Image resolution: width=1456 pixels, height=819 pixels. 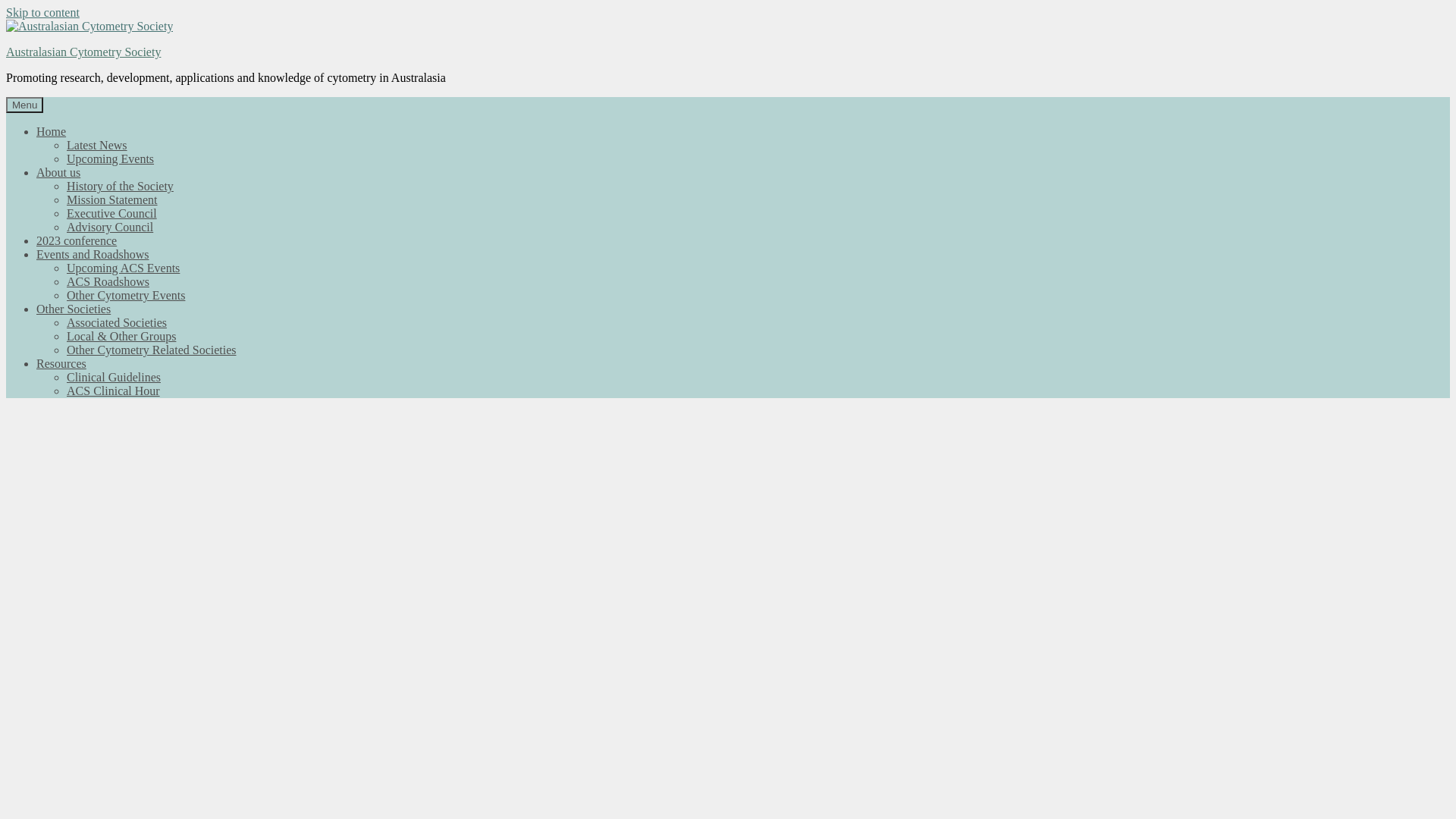 I want to click on 'Other Cytometry Related Societies', so click(x=152, y=350).